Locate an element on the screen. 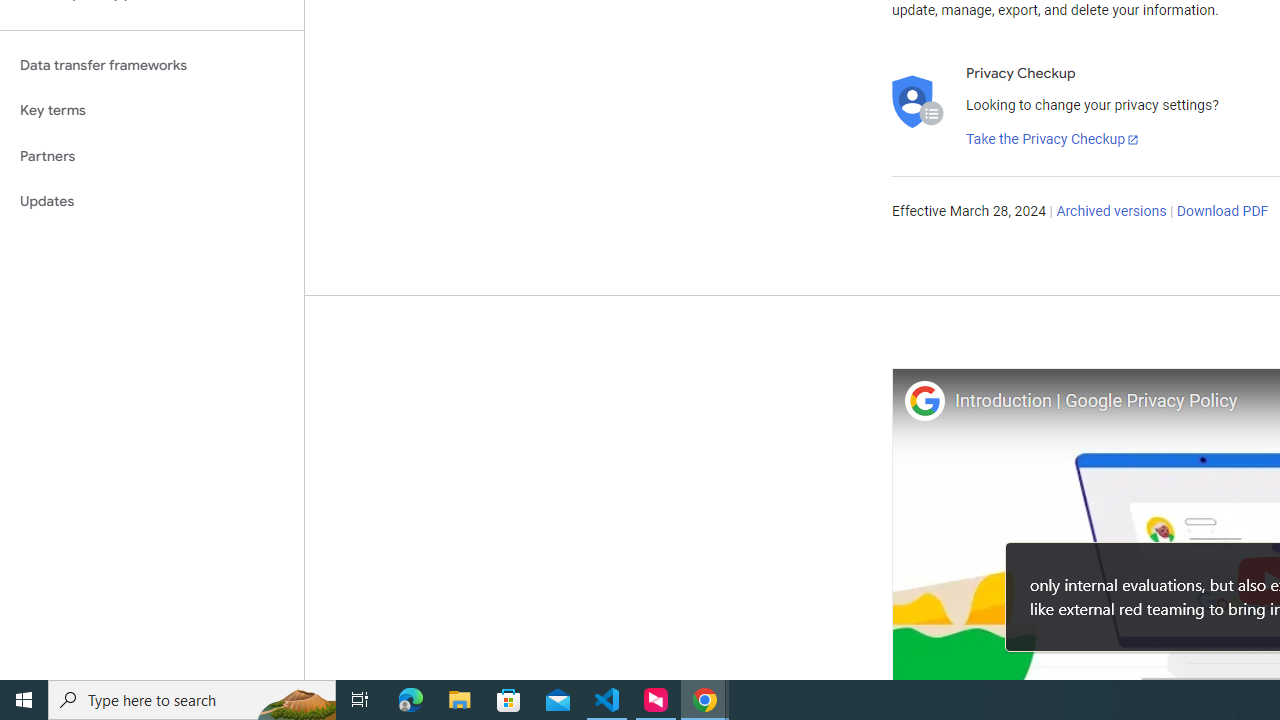 This screenshot has height=720, width=1280. 'Take the Privacy Checkup' is located at coordinates (1052, 139).